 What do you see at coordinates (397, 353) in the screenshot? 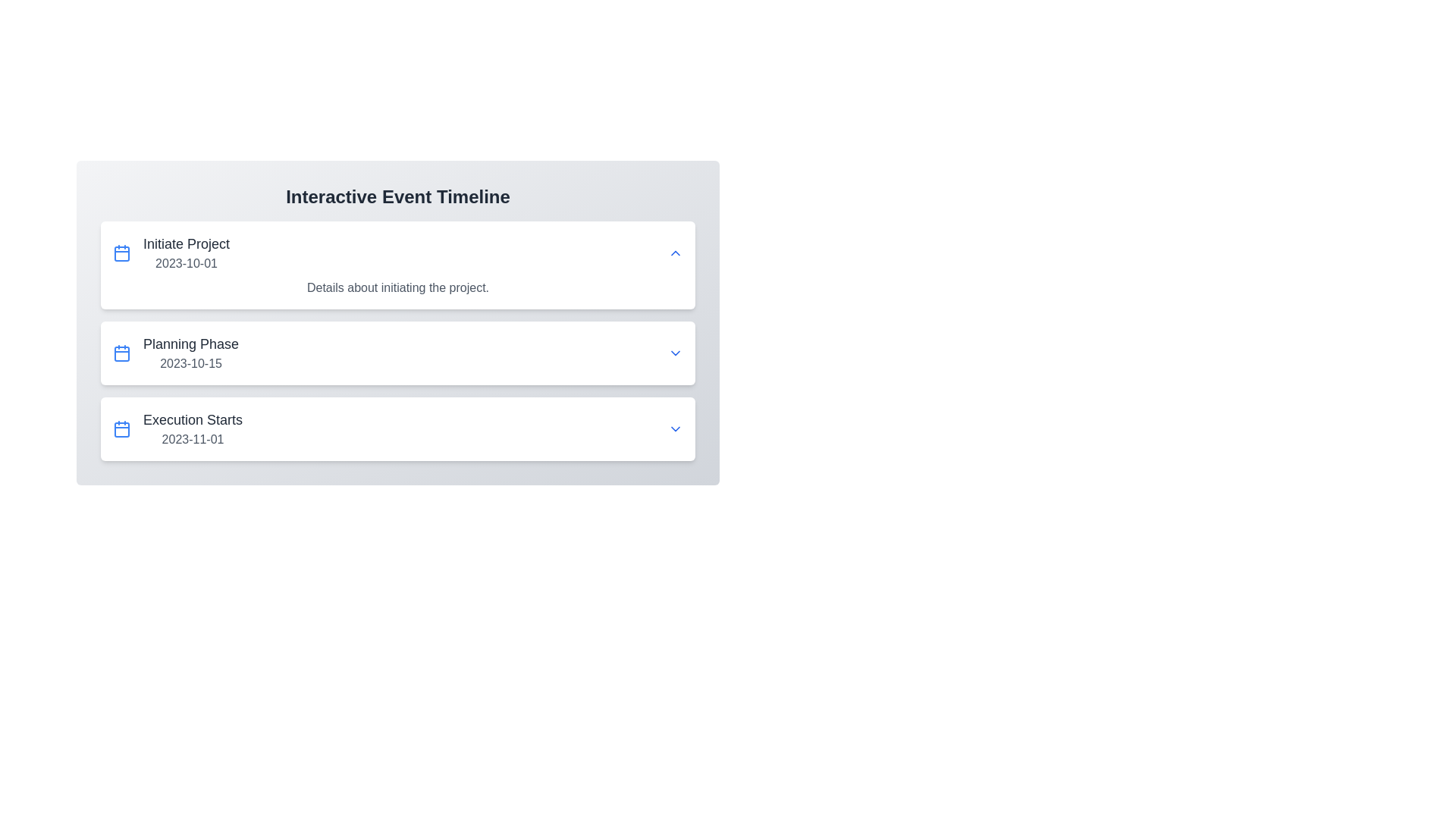
I see `the second item in the event timeline list that indicates the 'Planning Phase'` at bounding box center [397, 353].